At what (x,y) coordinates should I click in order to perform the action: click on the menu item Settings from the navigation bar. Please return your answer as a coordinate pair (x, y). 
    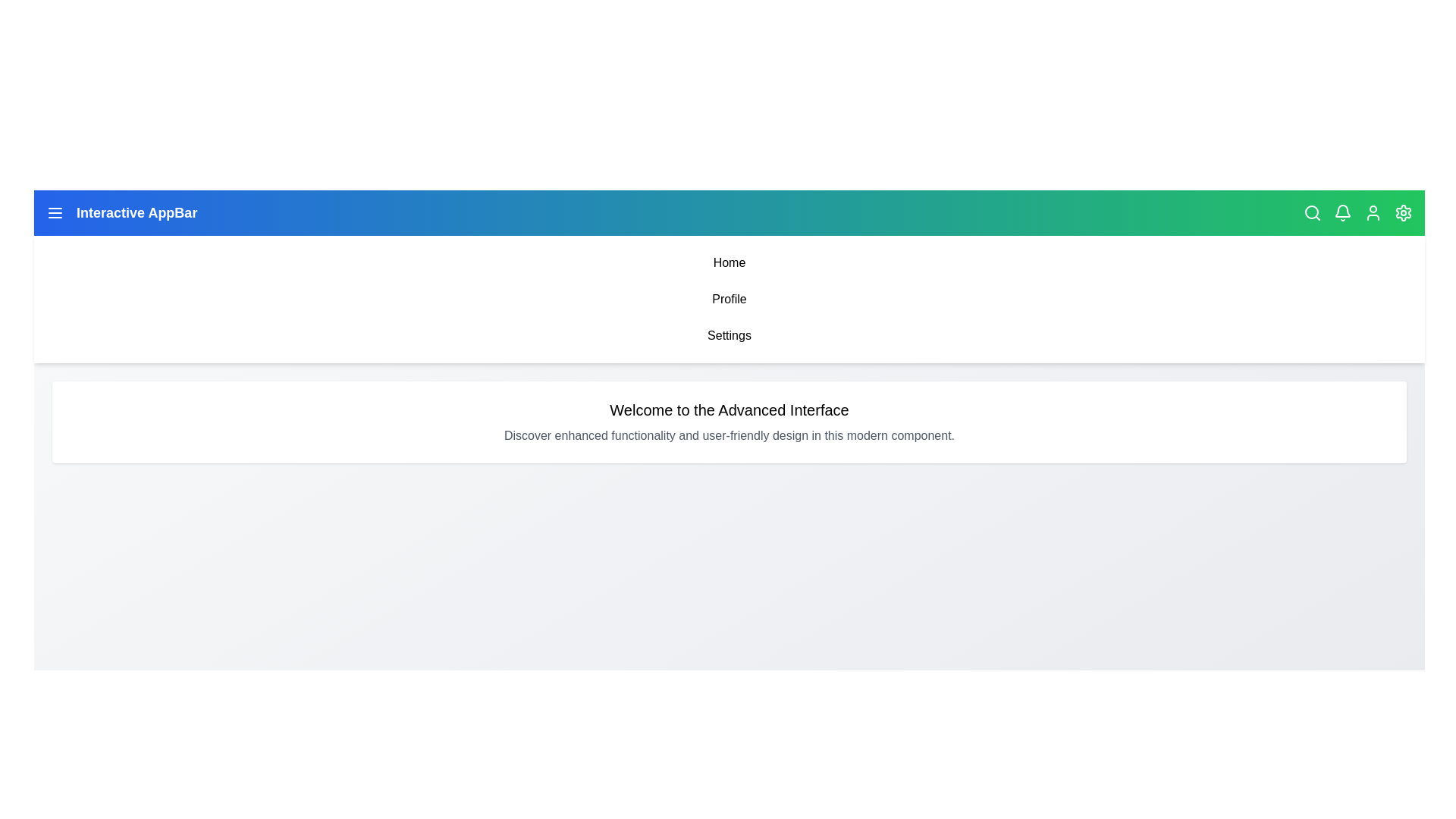
    Looking at the image, I should click on (729, 335).